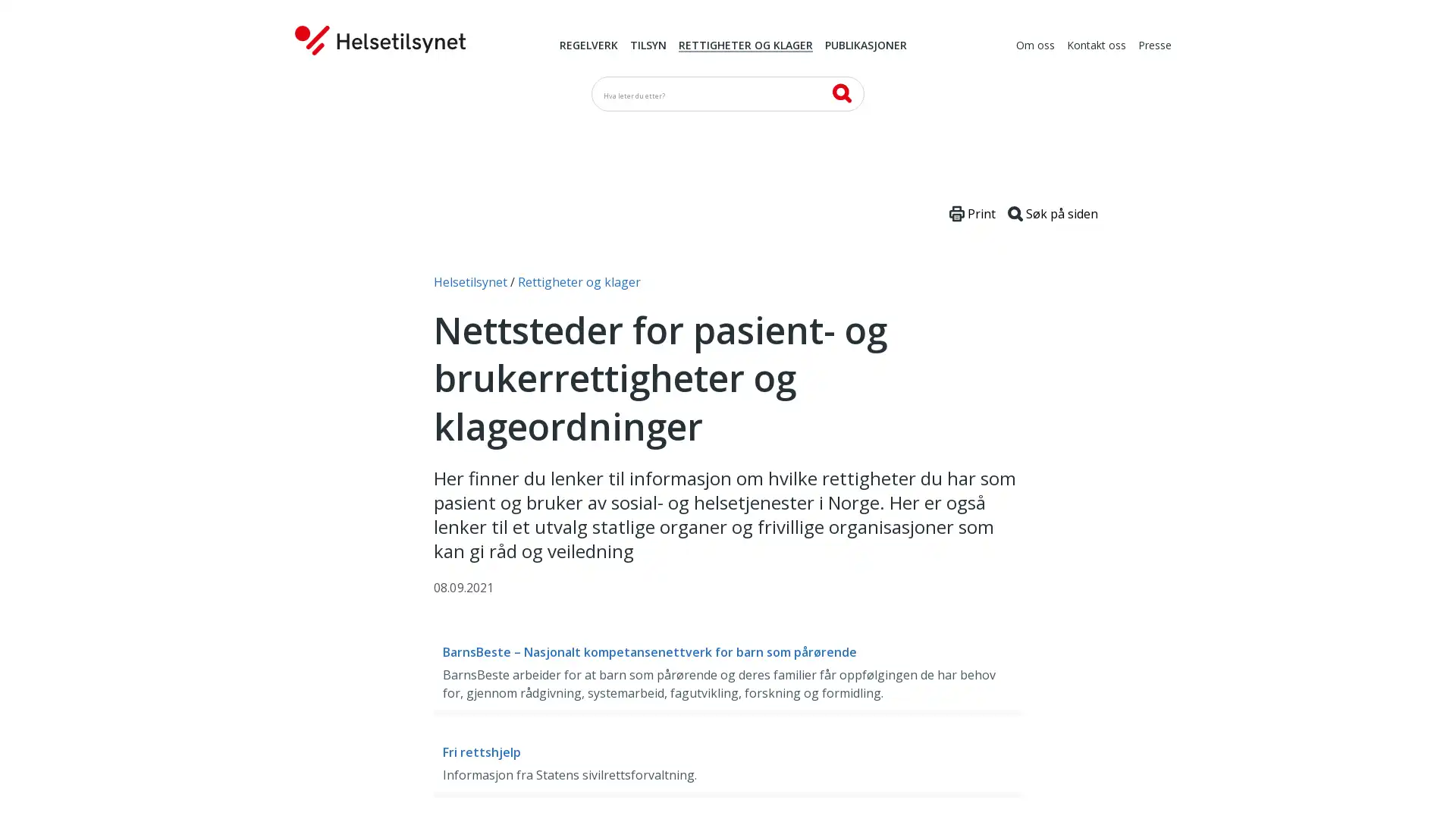 The width and height of the screenshot is (1456, 819). What do you see at coordinates (972, 213) in the screenshot?
I see `Print` at bounding box center [972, 213].